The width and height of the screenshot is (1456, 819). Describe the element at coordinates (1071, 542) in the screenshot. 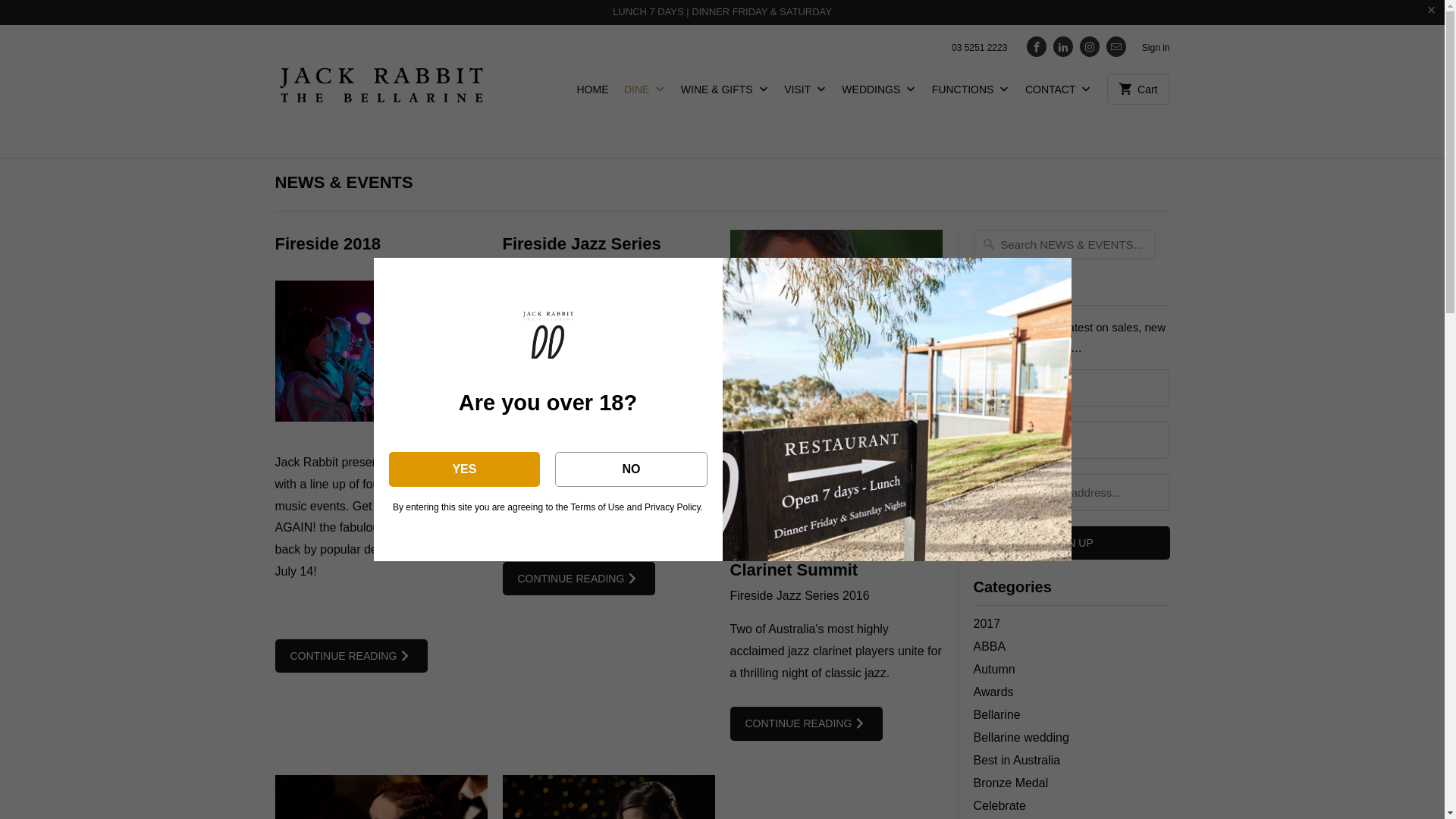

I see `'Sign Up'` at that location.